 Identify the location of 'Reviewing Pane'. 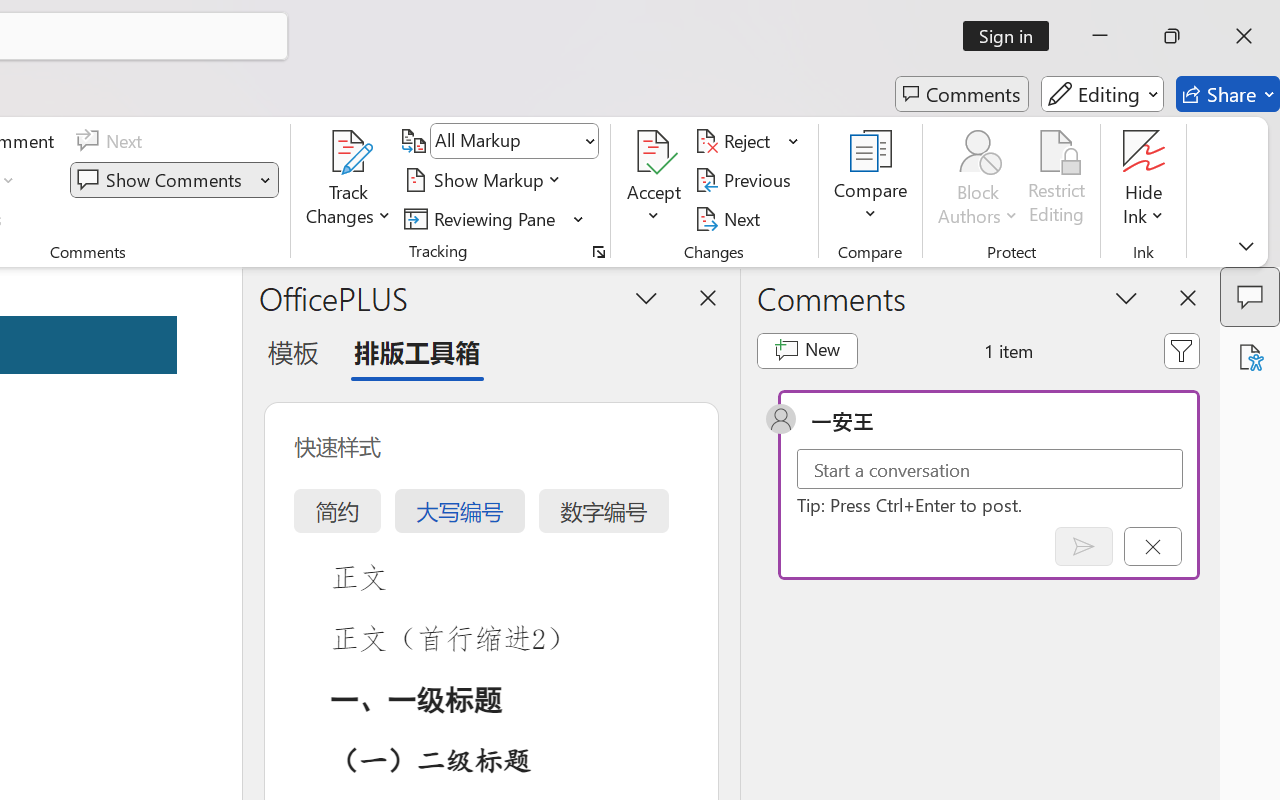
(494, 218).